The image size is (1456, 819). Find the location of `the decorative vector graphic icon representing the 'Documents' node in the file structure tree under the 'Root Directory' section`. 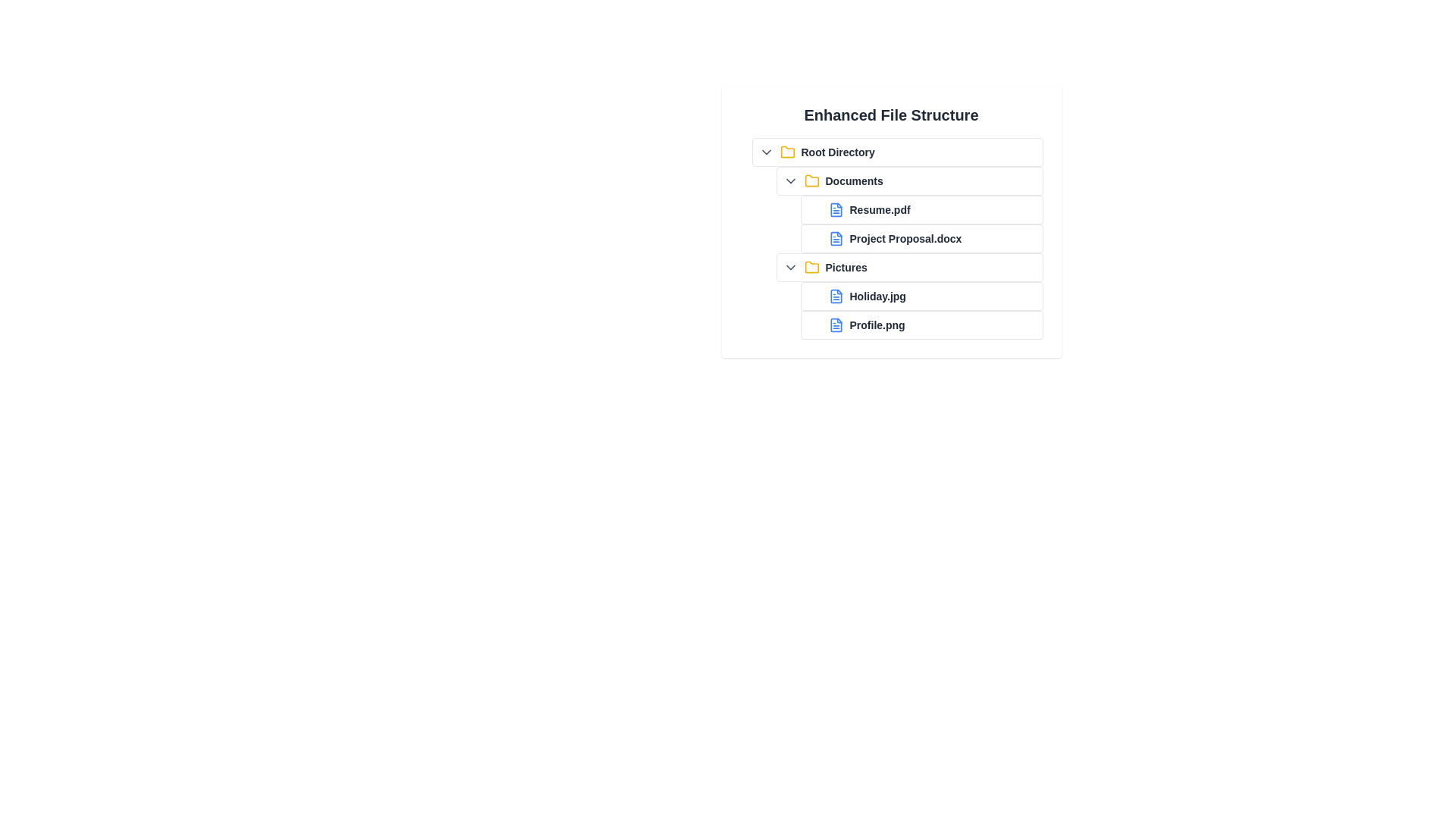

the decorative vector graphic icon representing the 'Documents' node in the file structure tree under the 'Root Directory' section is located at coordinates (811, 180).